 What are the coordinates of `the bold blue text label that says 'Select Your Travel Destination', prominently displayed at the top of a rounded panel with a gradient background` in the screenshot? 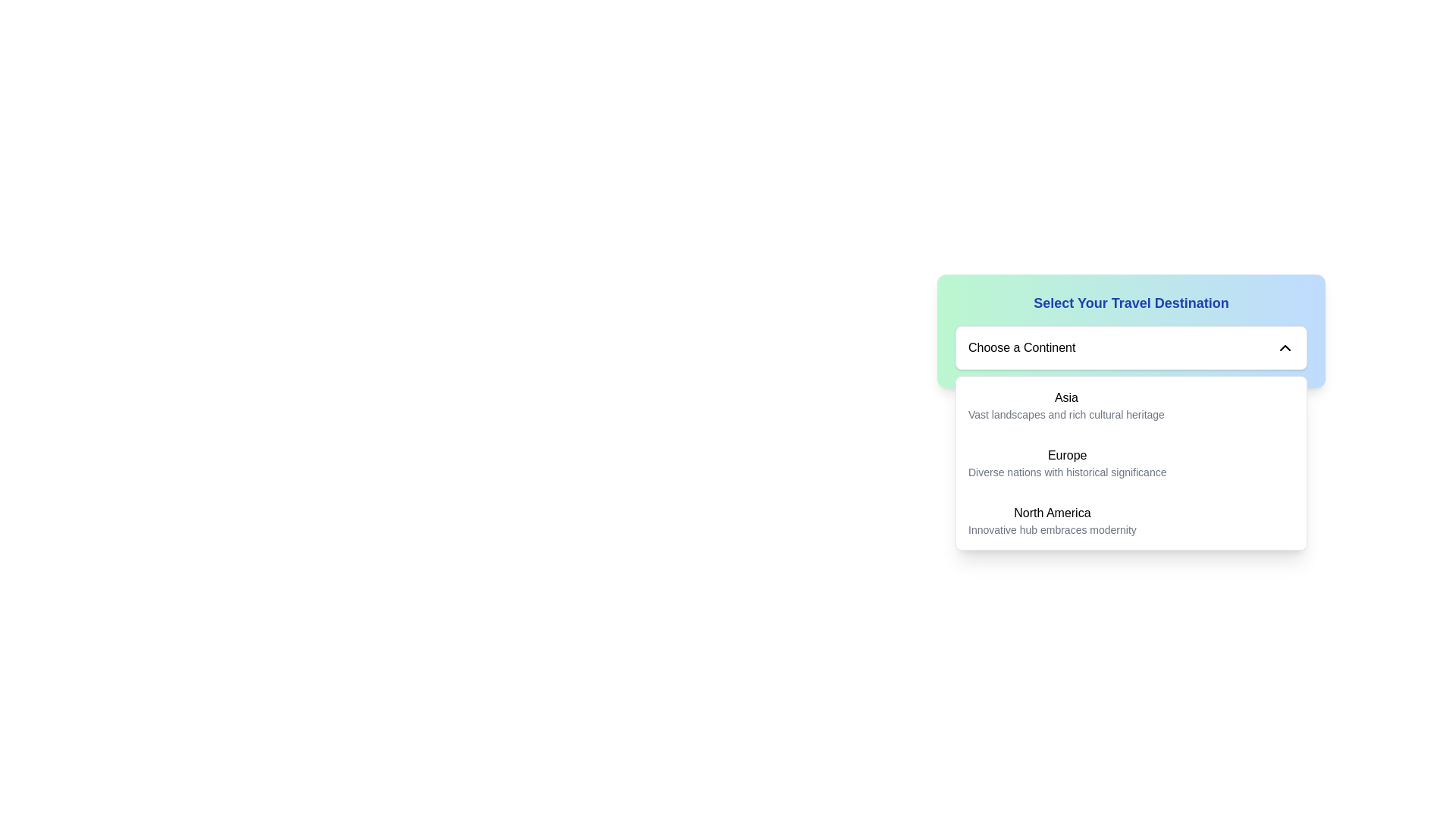 It's located at (1131, 303).